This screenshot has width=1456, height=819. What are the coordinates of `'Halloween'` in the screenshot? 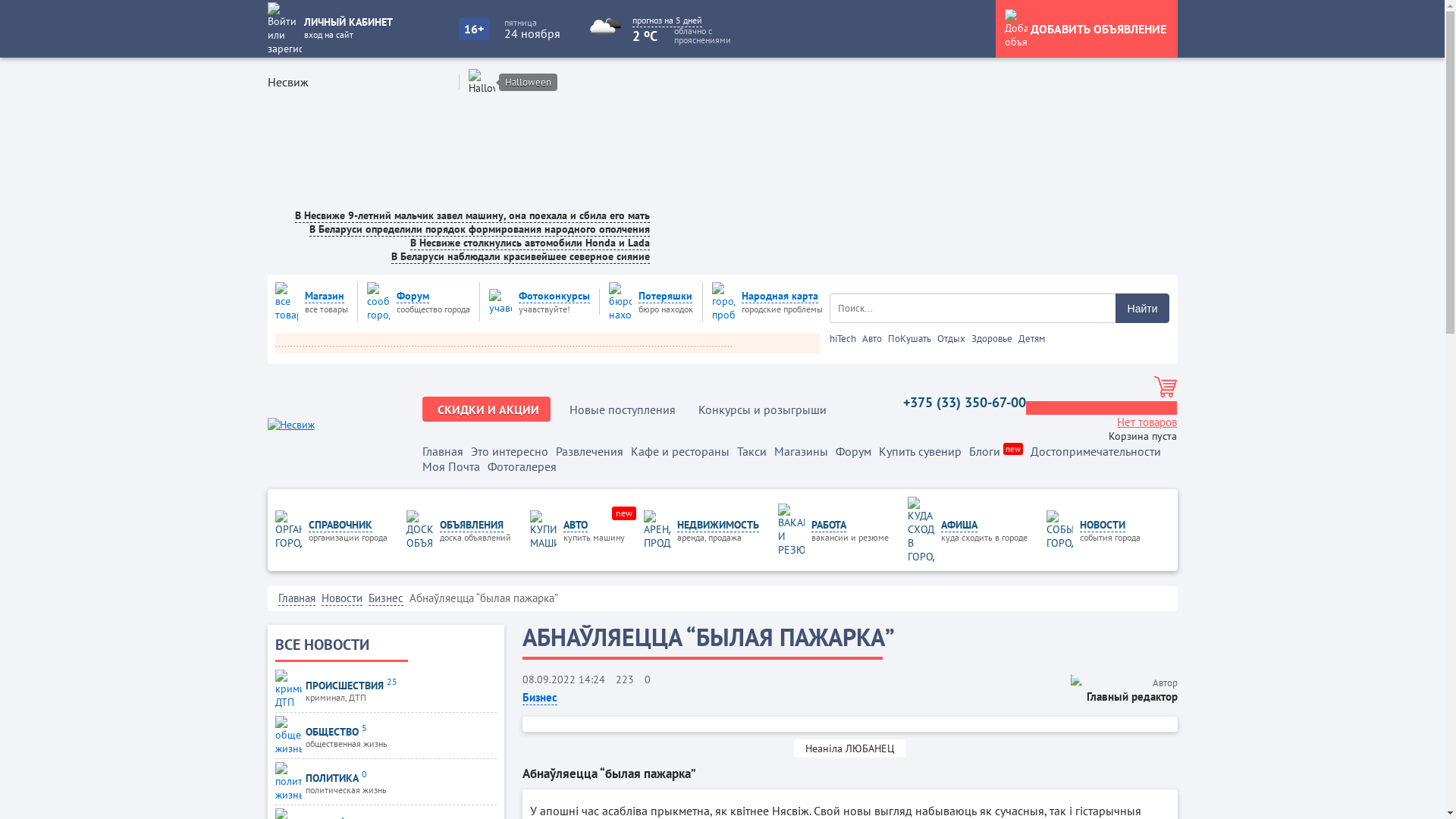 It's located at (528, 81).